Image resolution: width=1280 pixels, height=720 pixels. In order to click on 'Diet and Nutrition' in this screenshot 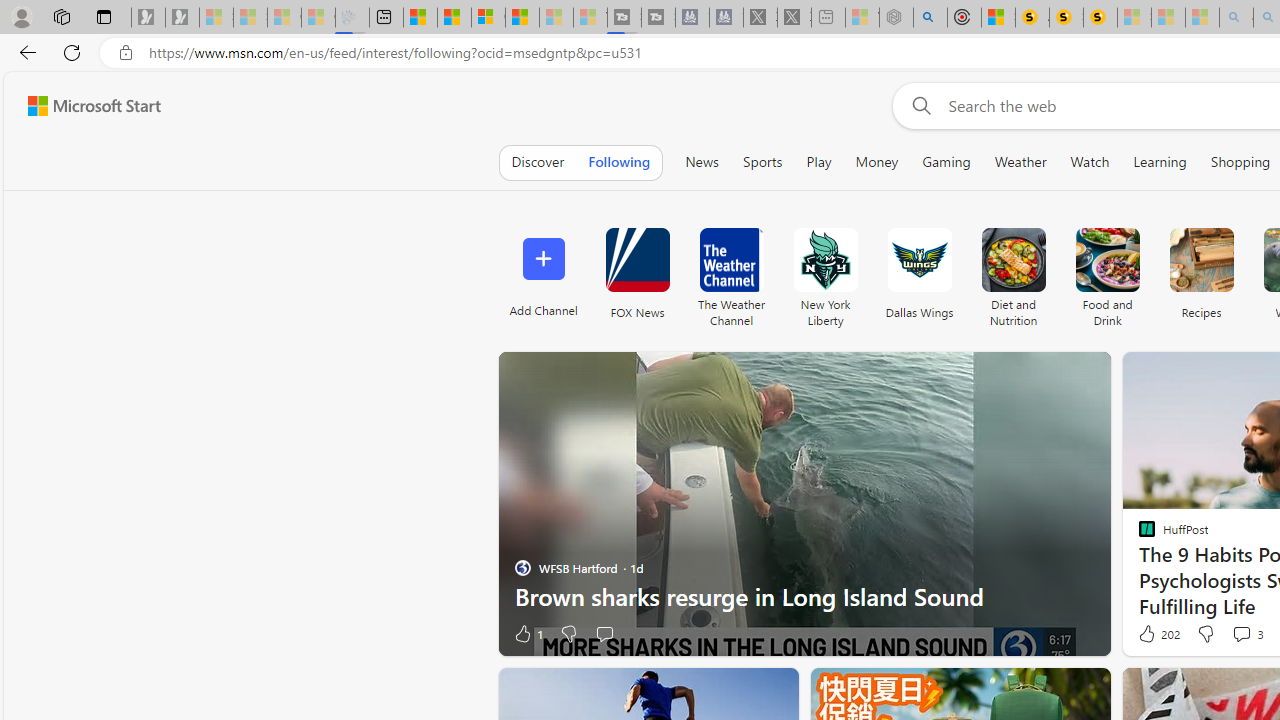, I will do `click(1013, 272)`.